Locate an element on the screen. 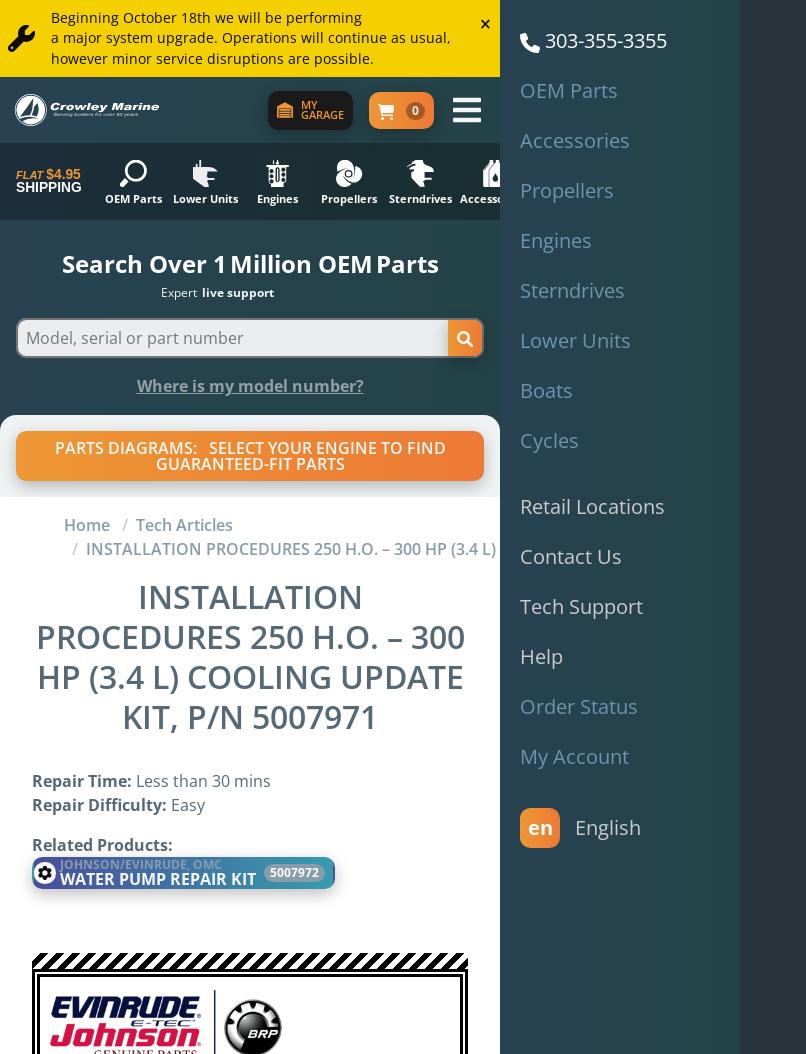  'Add to Garage' is located at coordinates (177, 434).